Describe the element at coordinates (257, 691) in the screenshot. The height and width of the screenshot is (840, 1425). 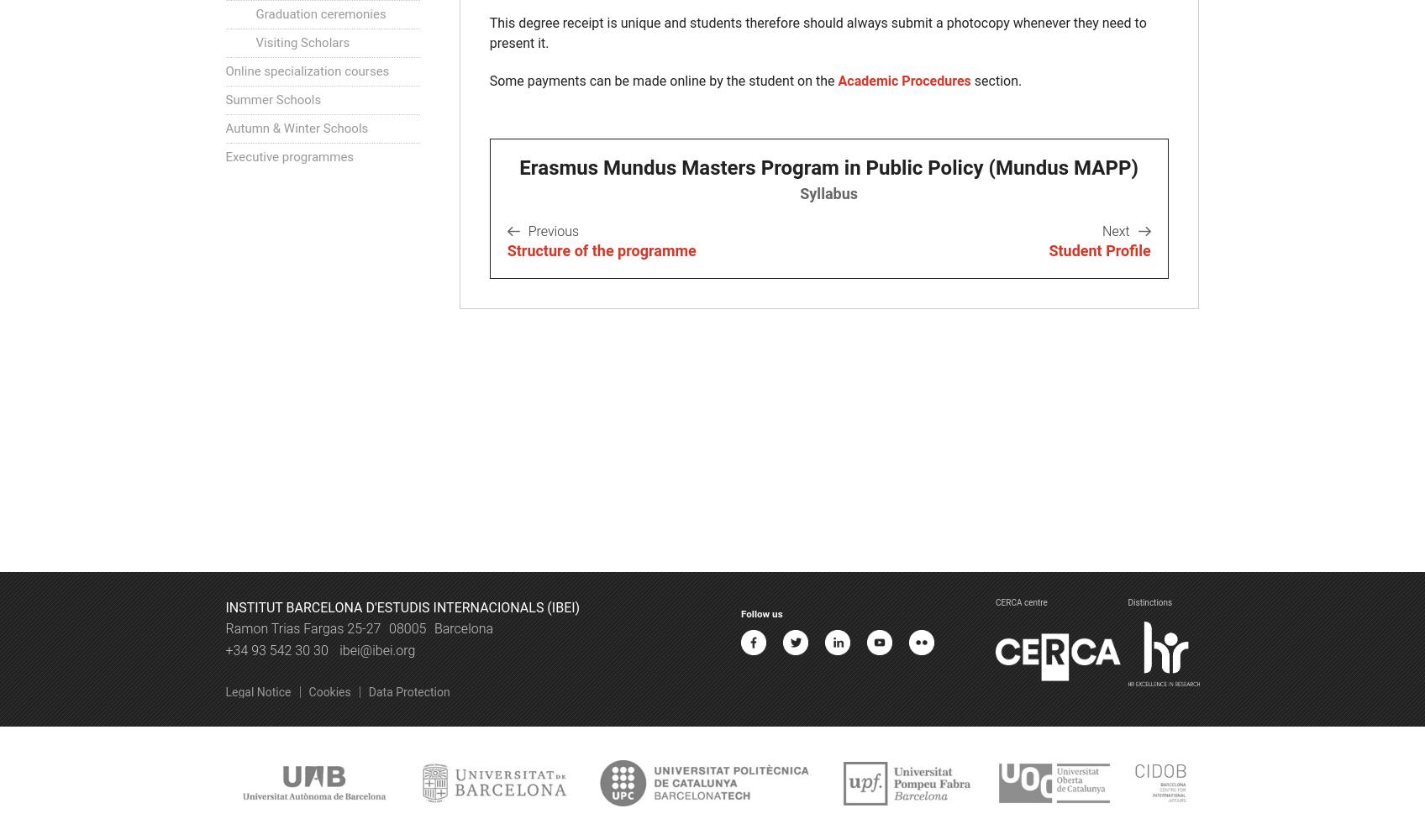
I see `'Legal Notice'` at that location.